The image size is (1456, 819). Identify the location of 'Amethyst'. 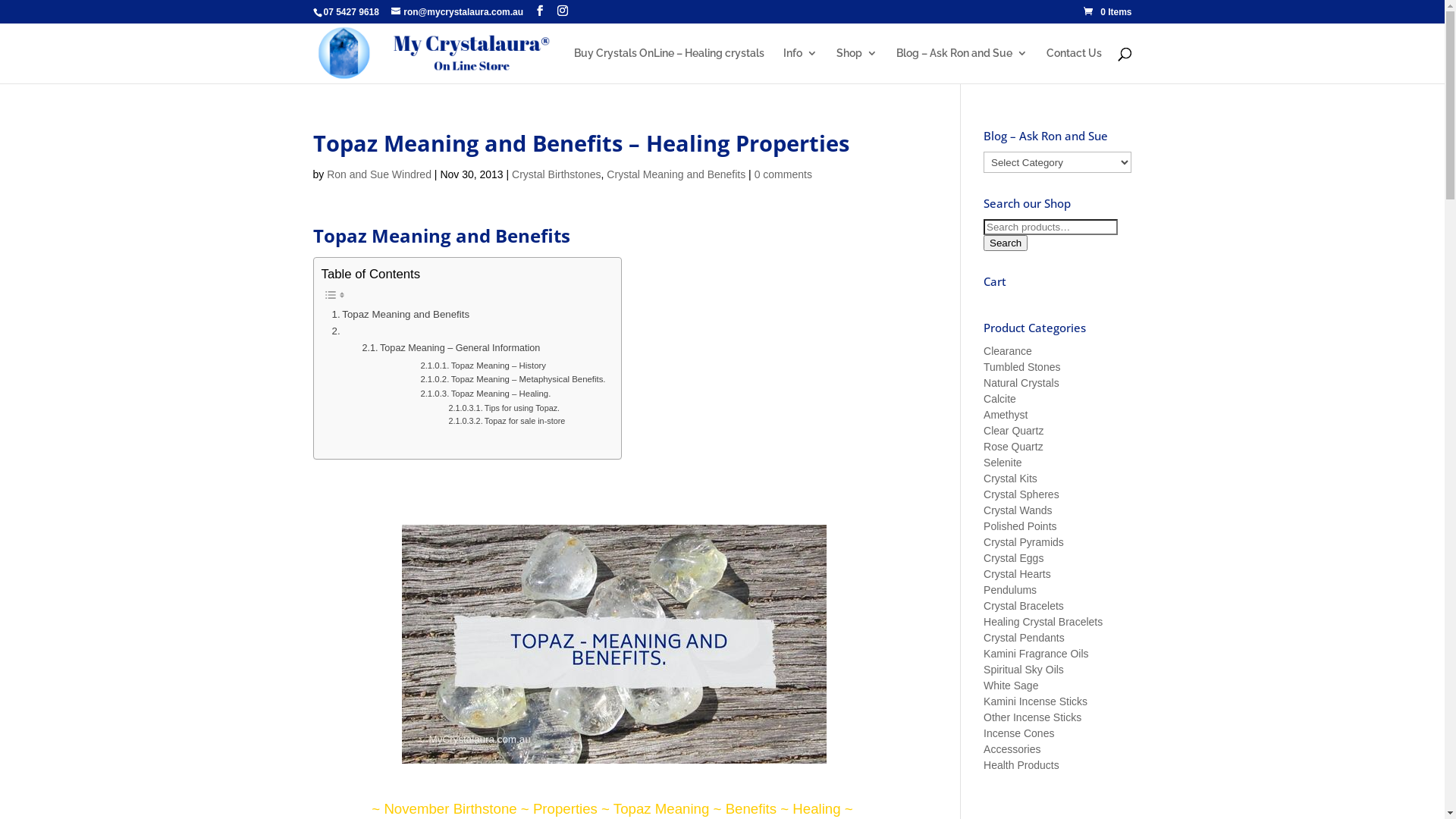
(983, 415).